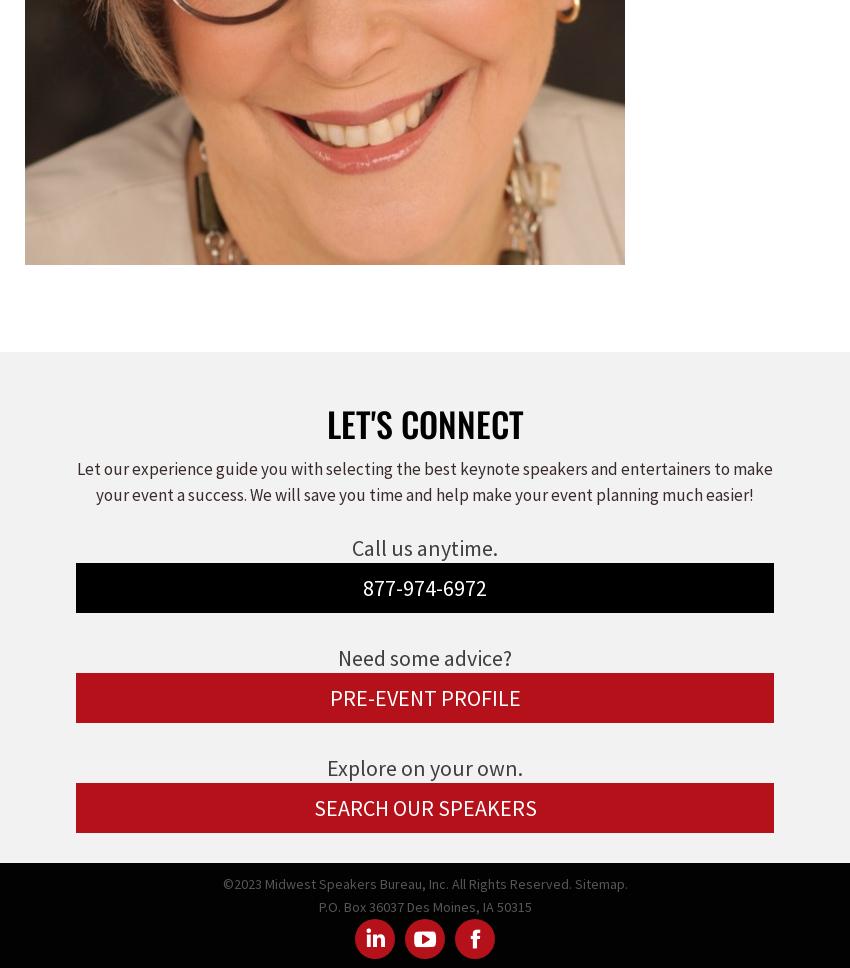 This screenshot has width=850, height=968. What do you see at coordinates (425, 658) in the screenshot?
I see `'Need some advice?'` at bounding box center [425, 658].